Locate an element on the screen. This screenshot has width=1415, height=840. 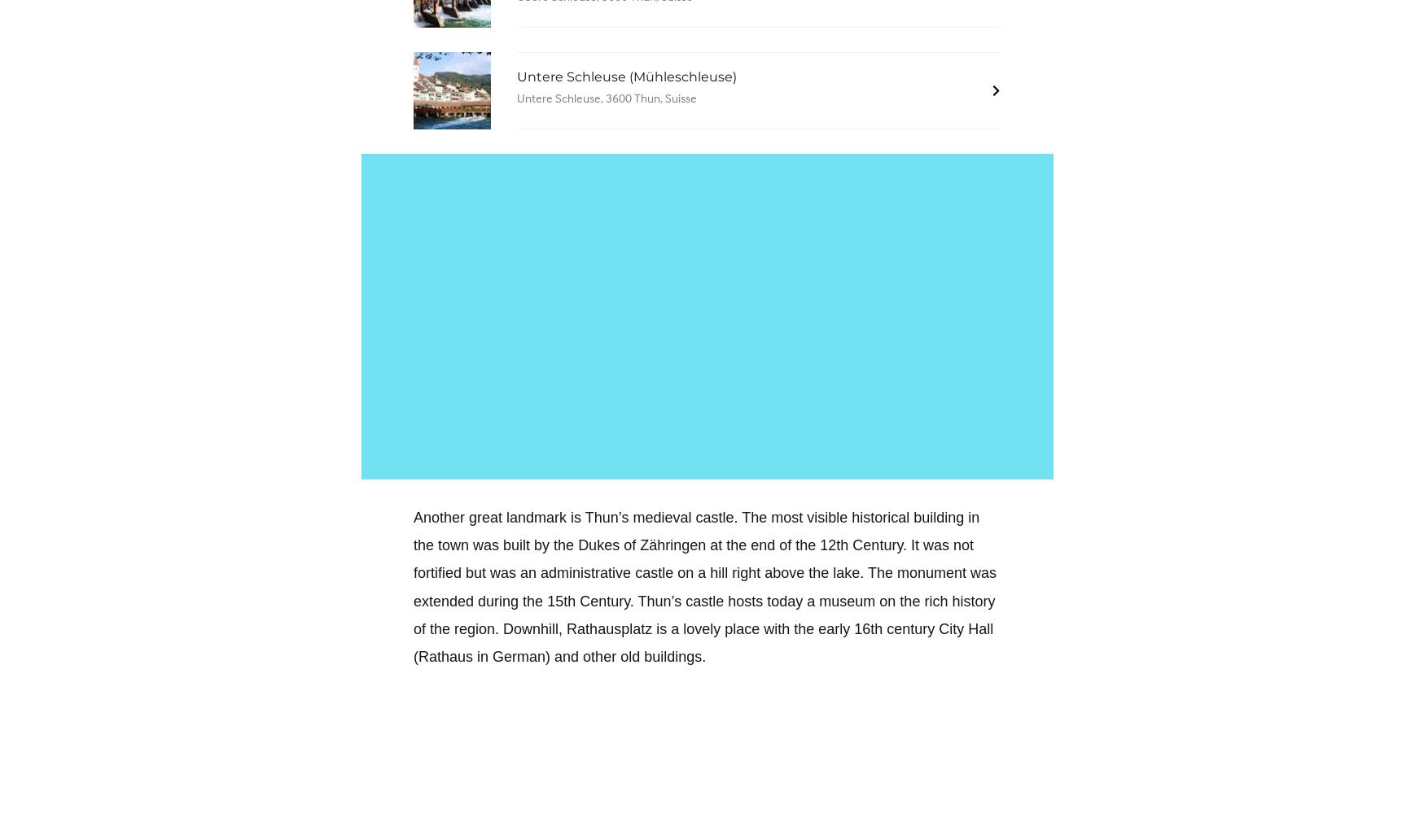
'Downhill, Rathausplatz is a lovely place with the early 16th century City Hall' is located at coordinates (747, 628).